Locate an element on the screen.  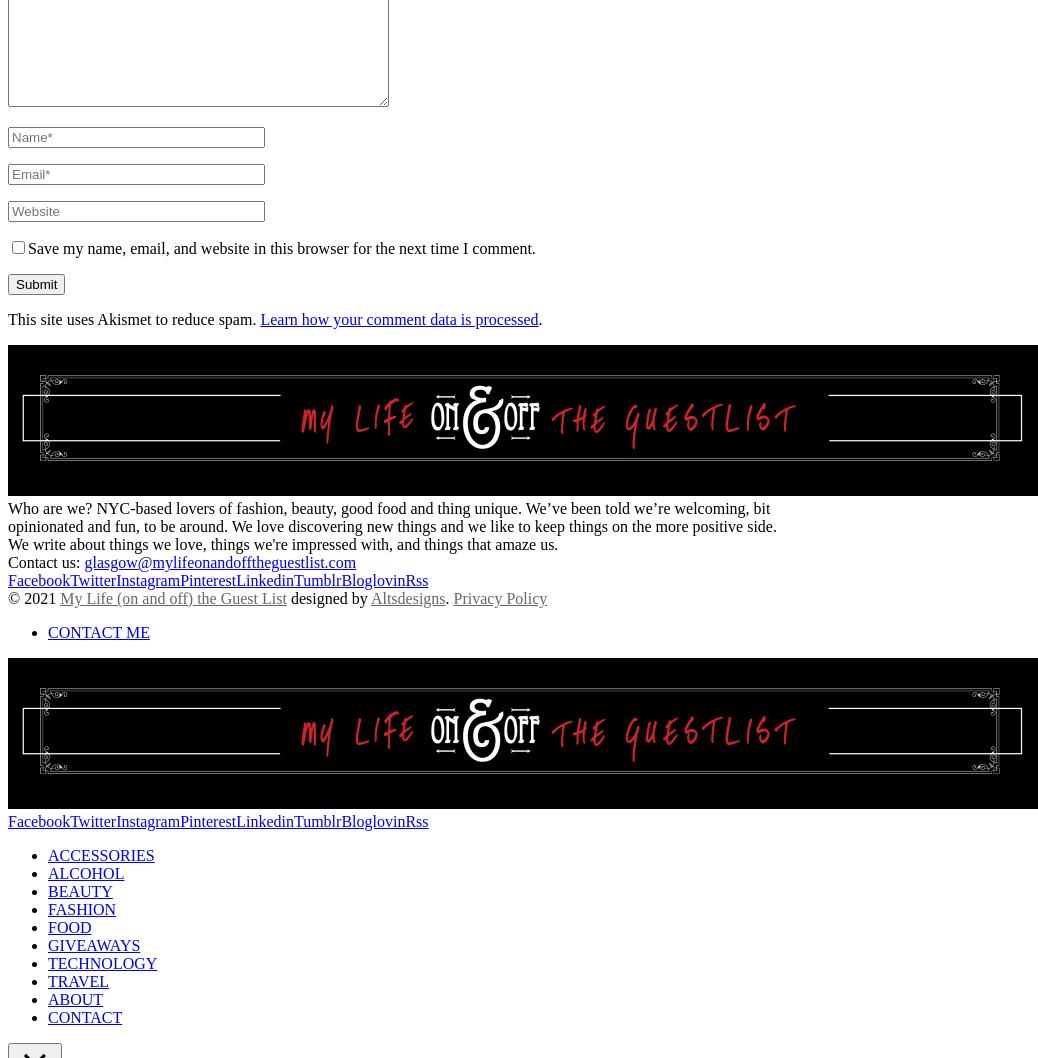
'CONTACT ME' is located at coordinates (46, 630).